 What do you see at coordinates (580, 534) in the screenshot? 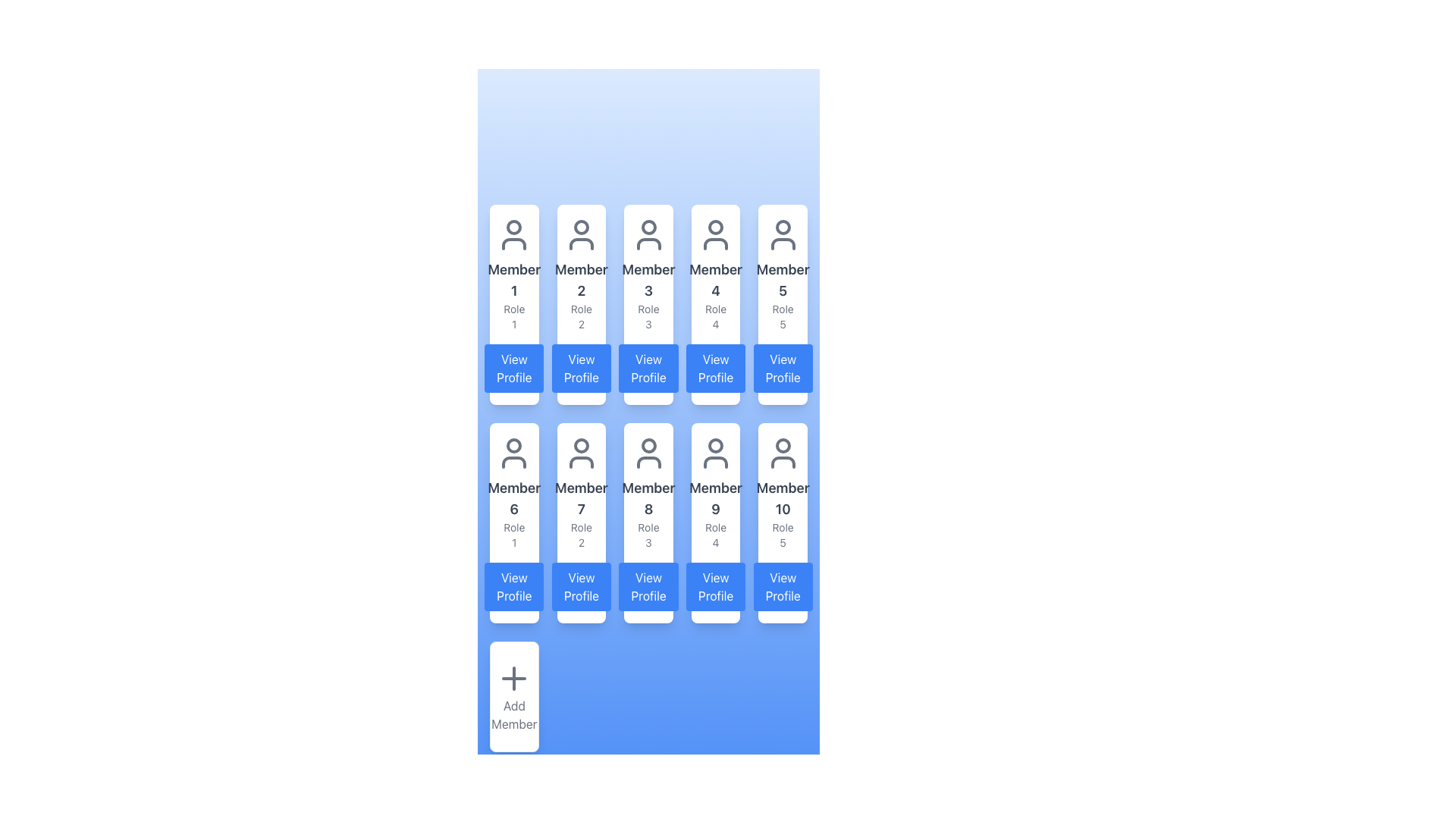
I see `the text label that provides supplementary description, located below 'Member 7' and above the 'View Profile' button in the profile information layout` at bounding box center [580, 534].